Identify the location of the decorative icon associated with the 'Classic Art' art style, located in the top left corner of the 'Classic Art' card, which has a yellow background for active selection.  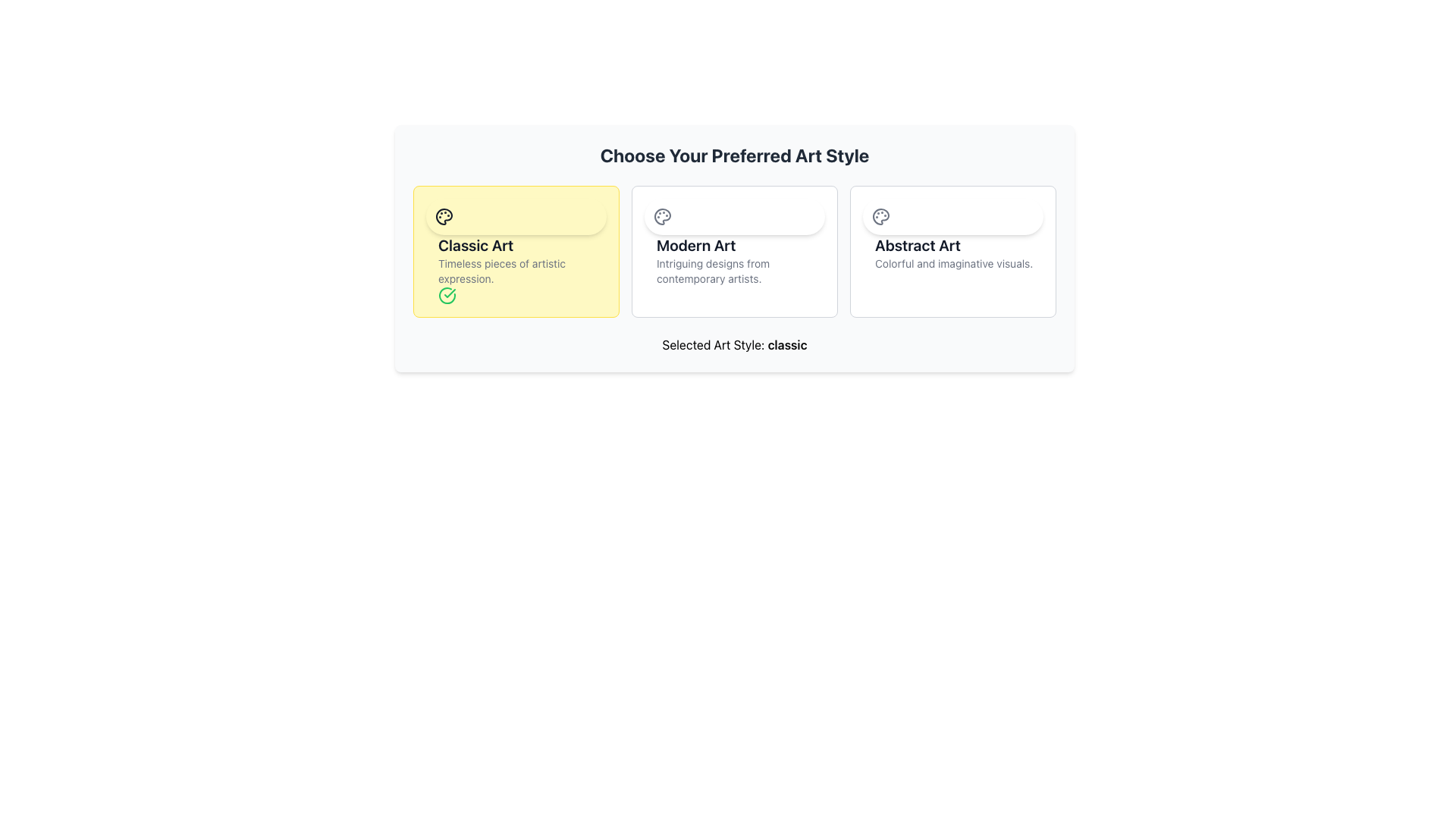
(443, 216).